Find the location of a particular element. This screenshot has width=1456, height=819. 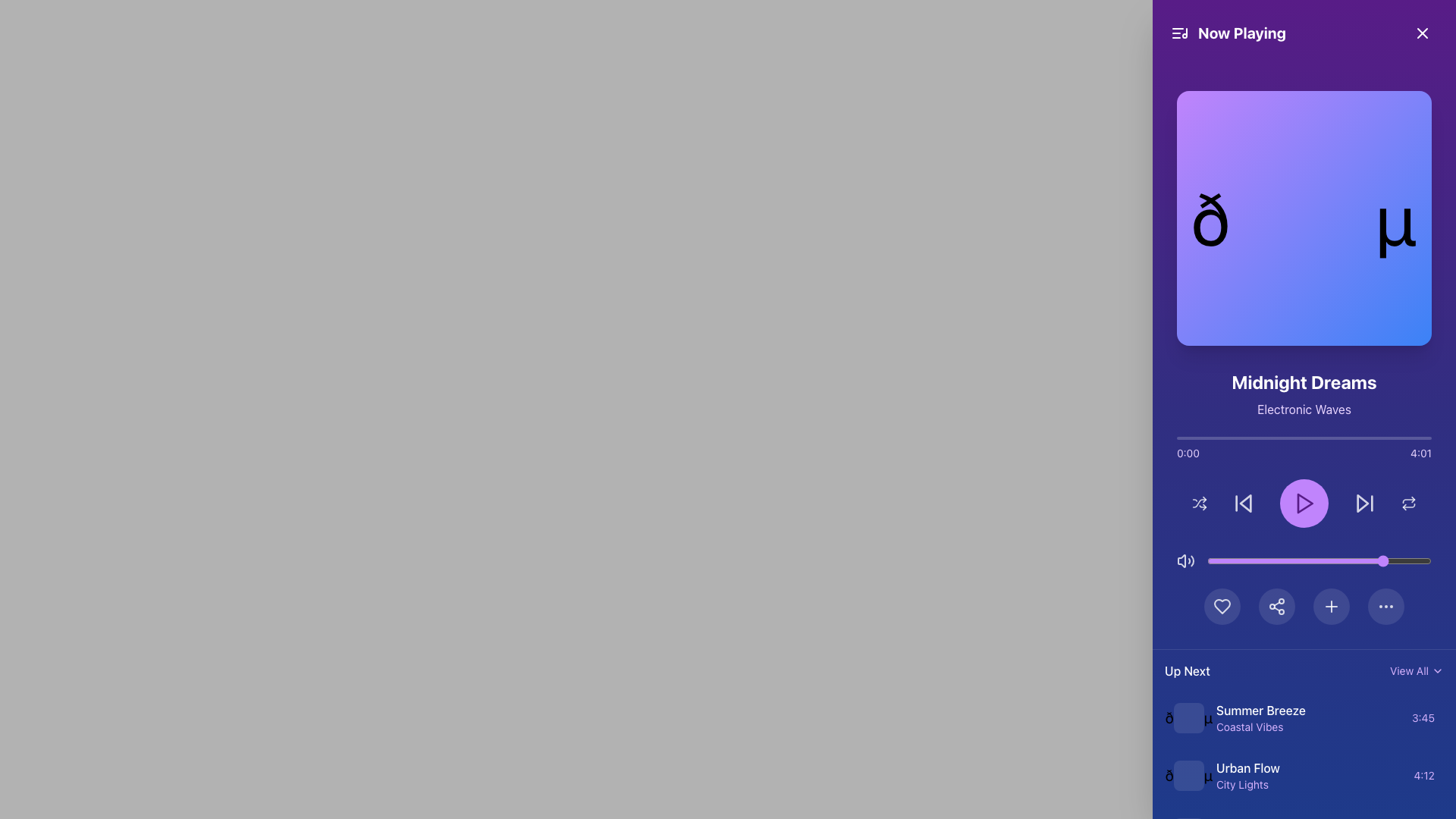

the centrally located play button in the music playback control section to initiate or resume playback of the currently selected audio track is located at coordinates (1303, 503).